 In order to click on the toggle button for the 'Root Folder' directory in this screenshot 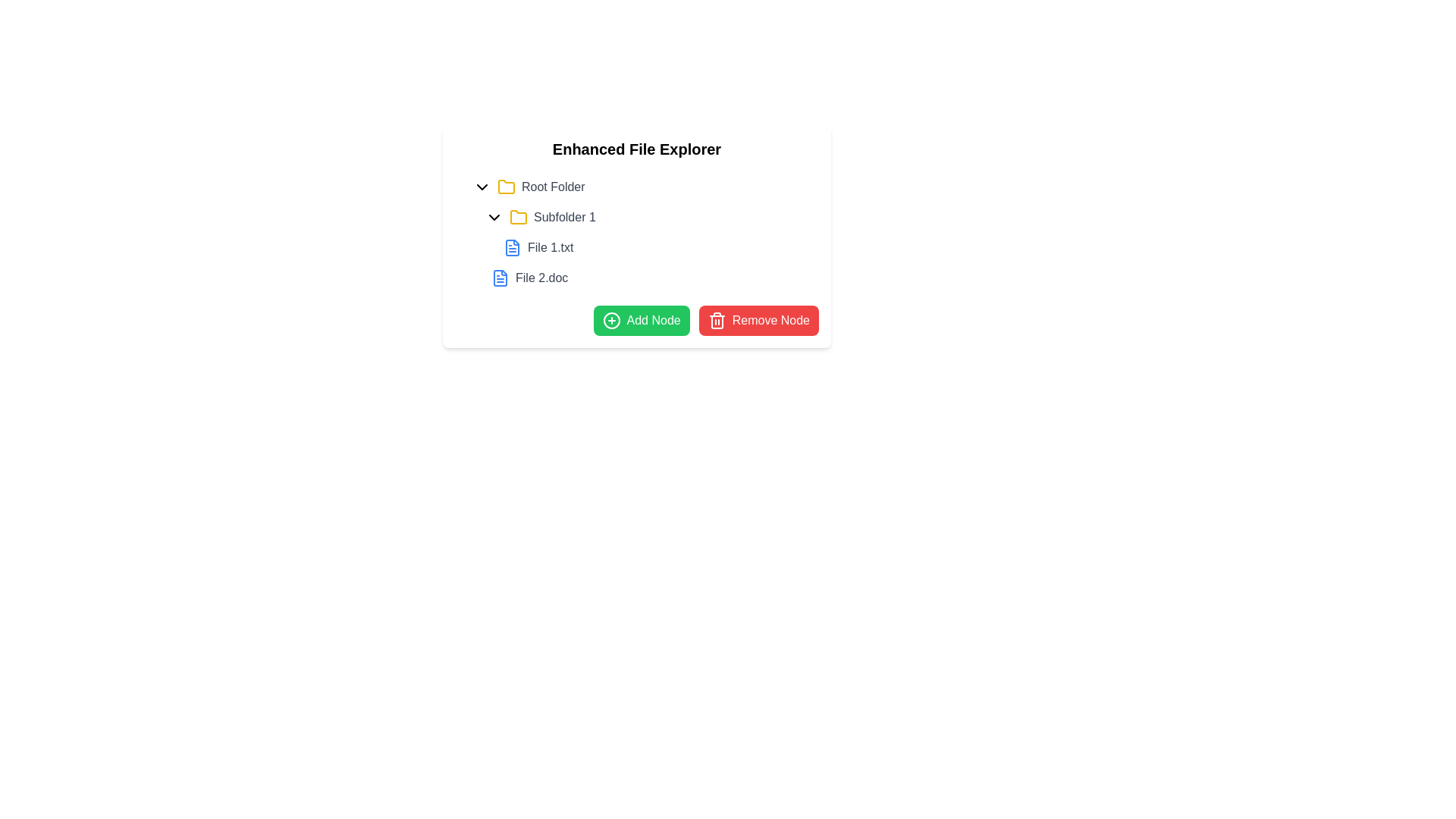, I will do `click(481, 186)`.